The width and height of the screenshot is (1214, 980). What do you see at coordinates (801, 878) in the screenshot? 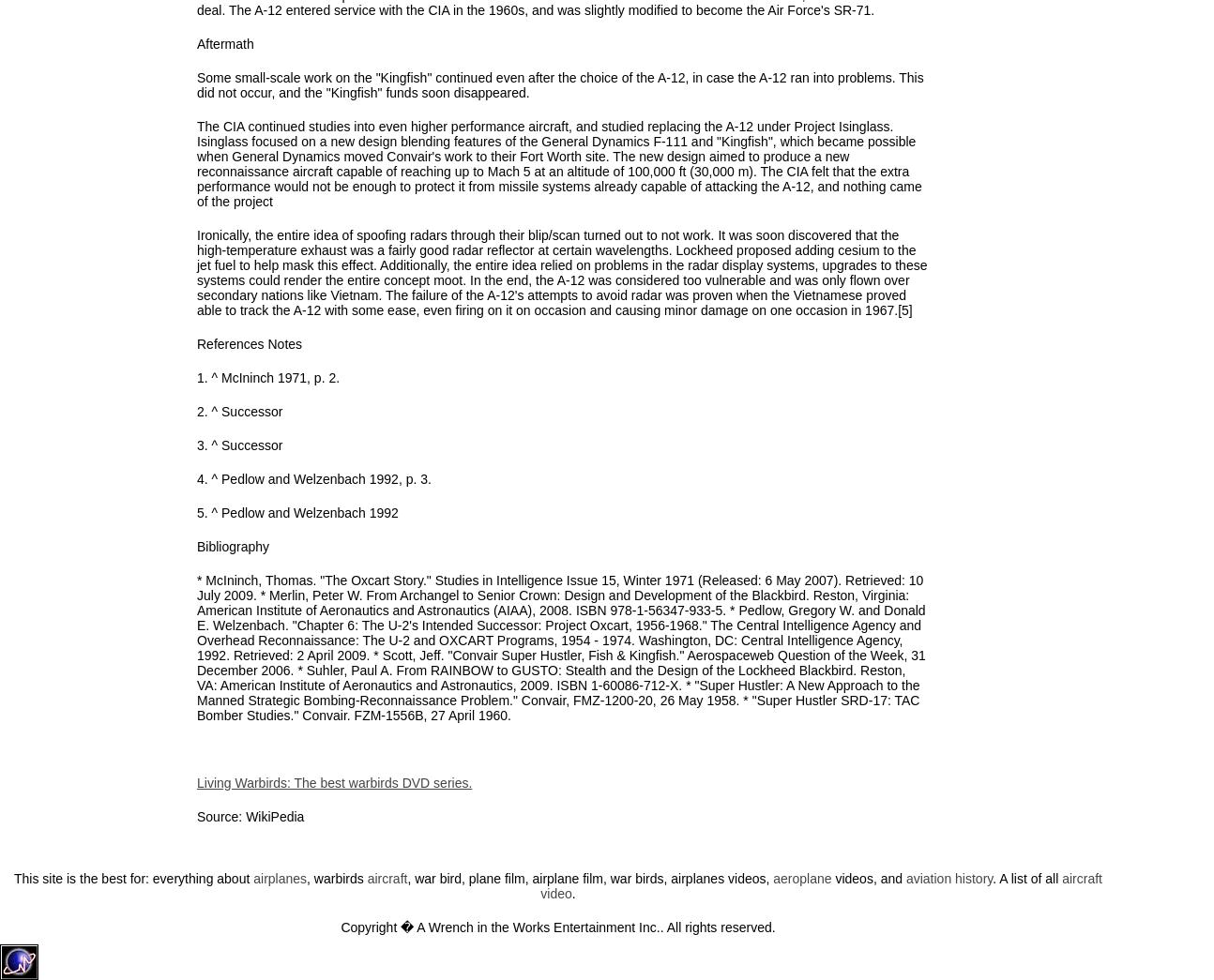
I see `'aeroplane'` at bounding box center [801, 878].